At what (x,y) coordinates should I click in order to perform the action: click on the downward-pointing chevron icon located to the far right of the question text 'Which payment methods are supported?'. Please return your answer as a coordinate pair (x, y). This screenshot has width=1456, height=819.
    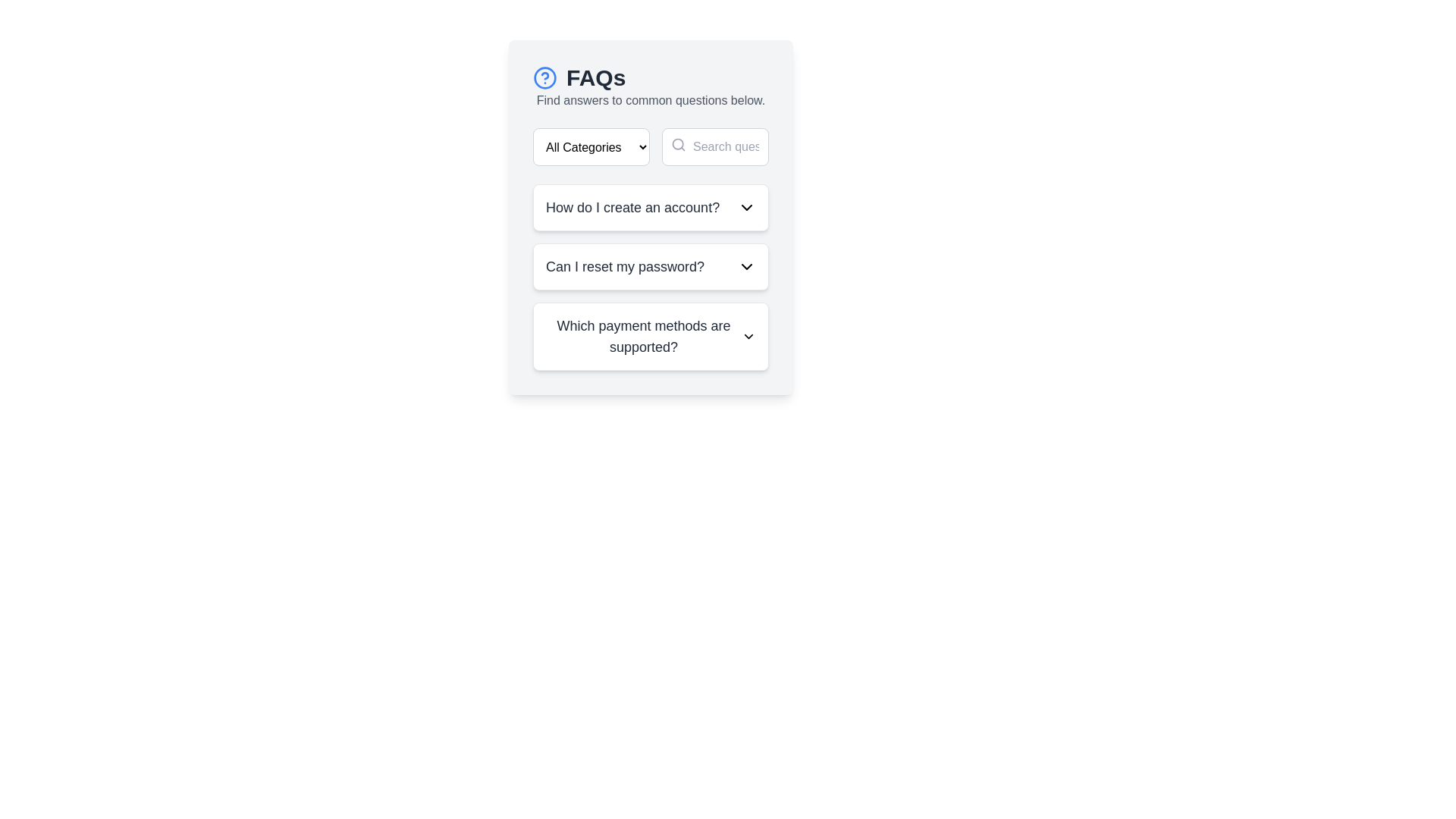
    Looking at the image, I should click on (748, 335).